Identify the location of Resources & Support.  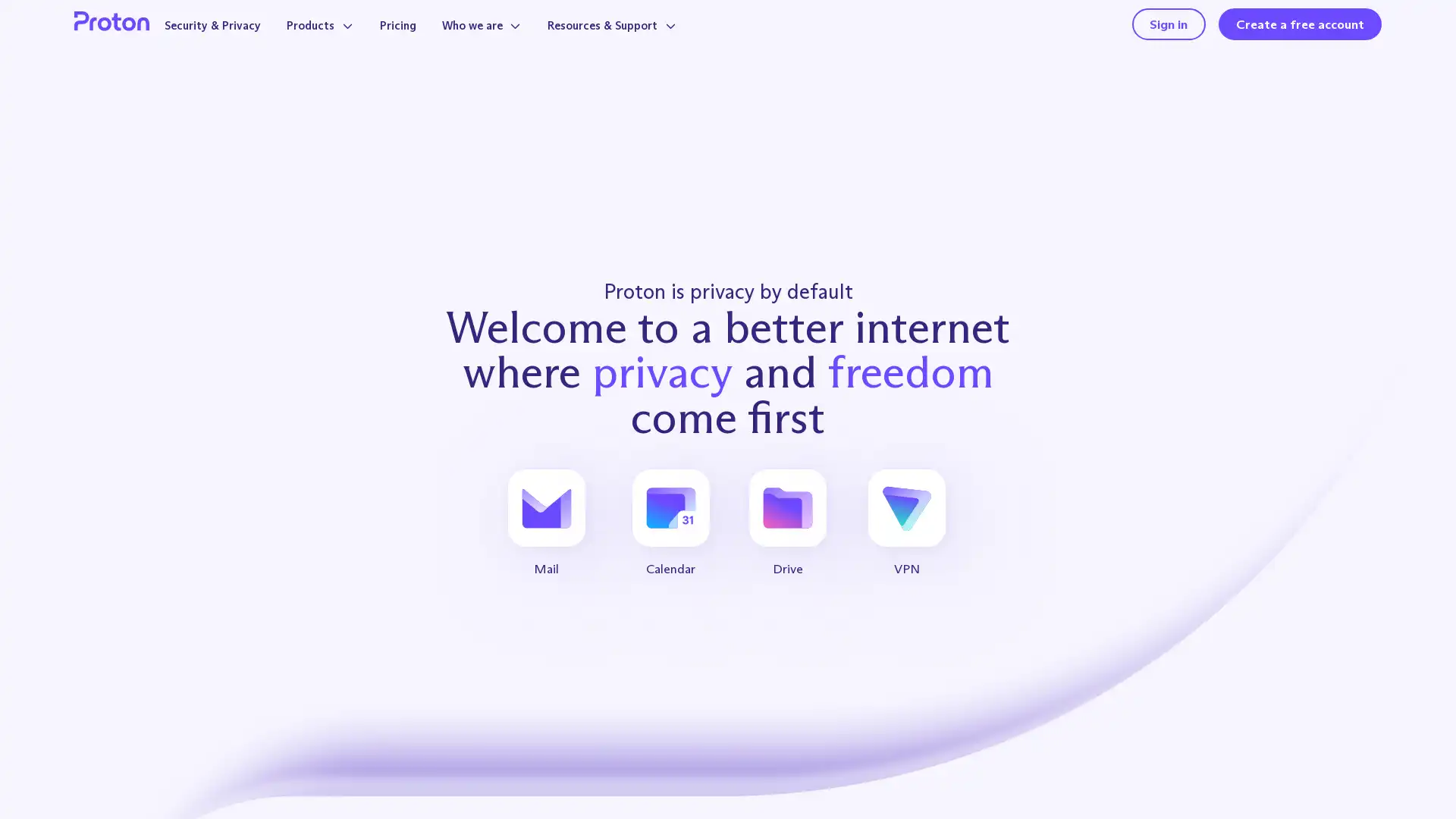
(655, 39).